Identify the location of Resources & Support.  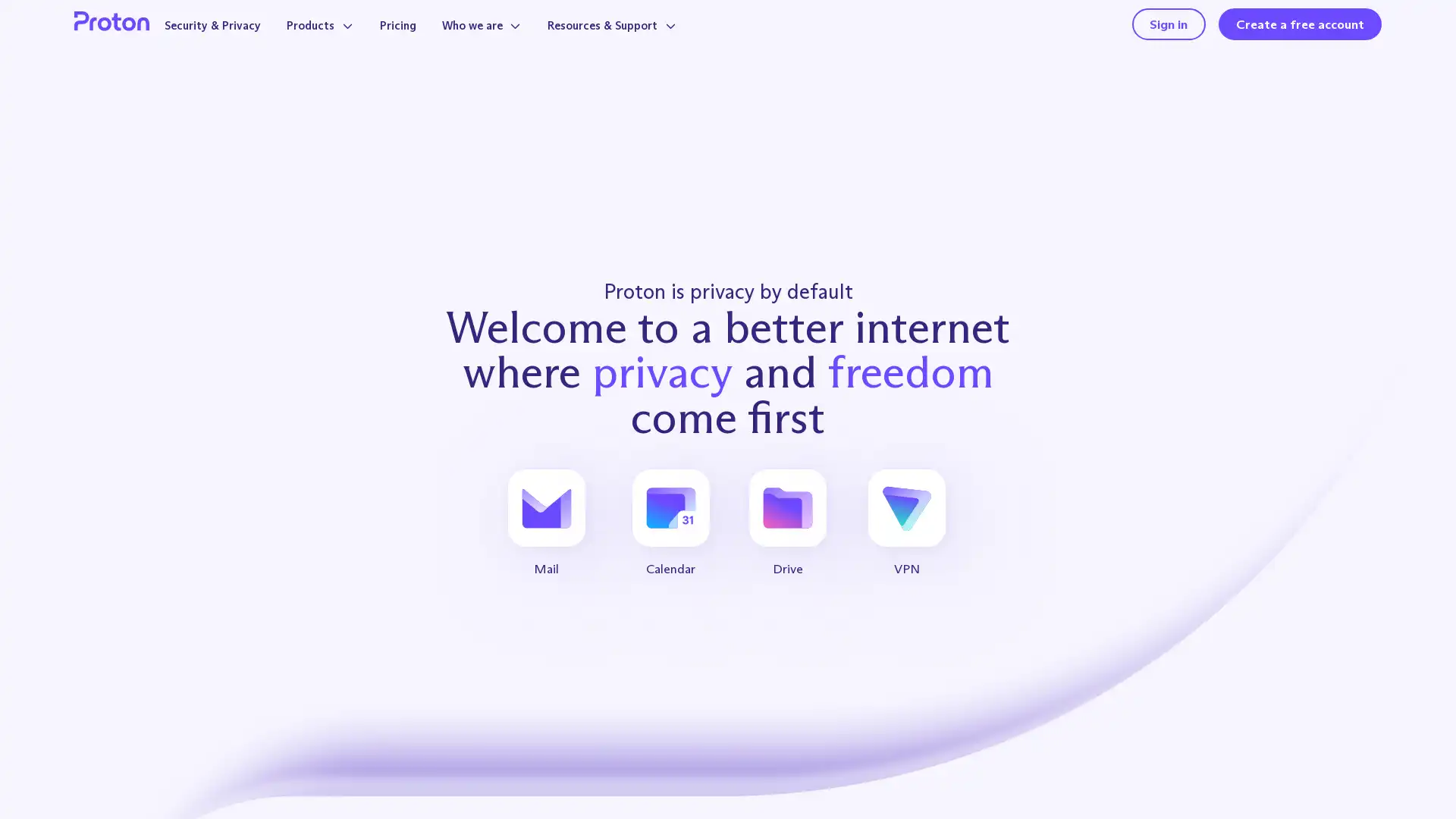
(655, 39).